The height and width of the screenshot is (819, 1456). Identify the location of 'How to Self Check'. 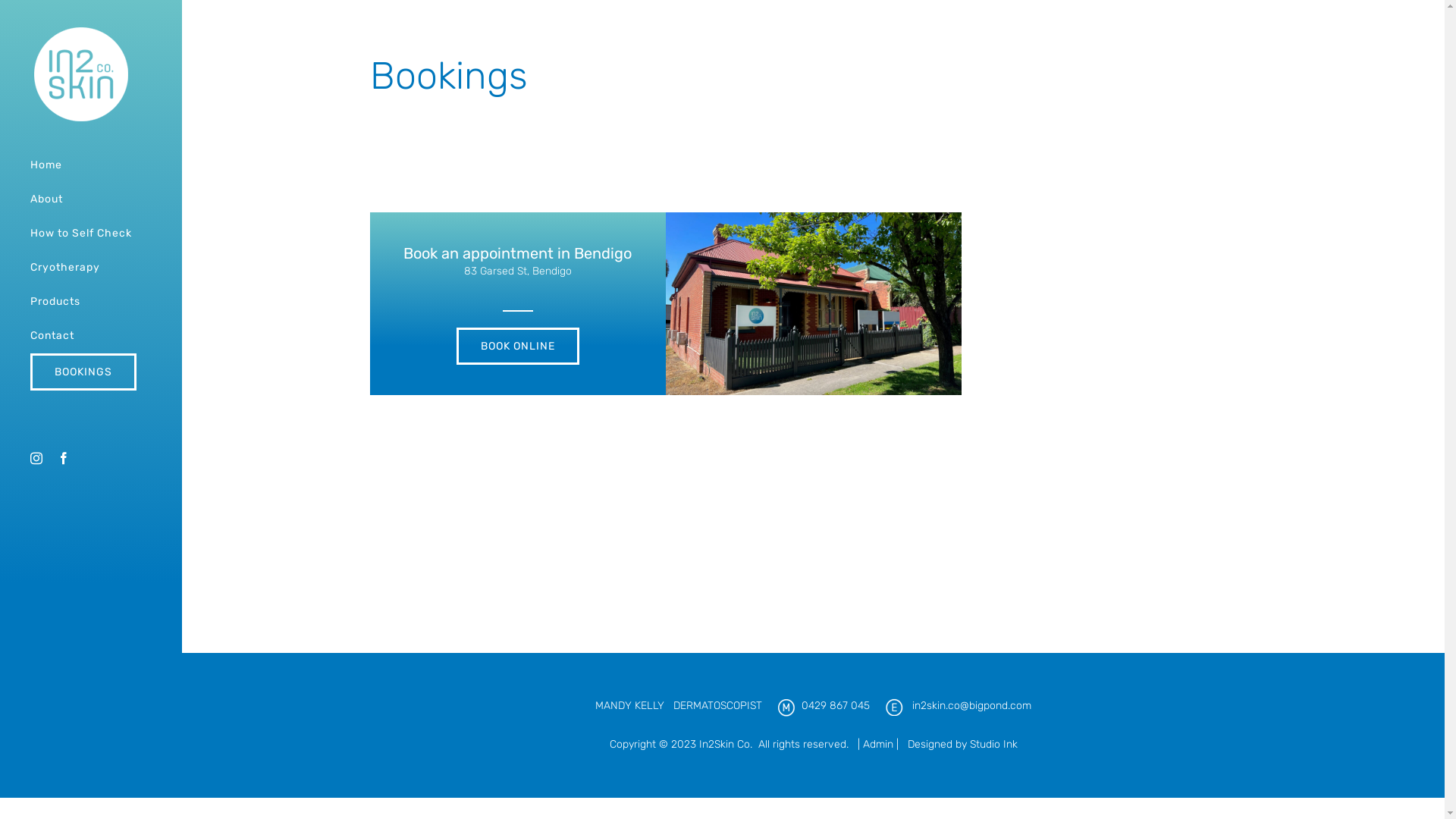
(0, 234).